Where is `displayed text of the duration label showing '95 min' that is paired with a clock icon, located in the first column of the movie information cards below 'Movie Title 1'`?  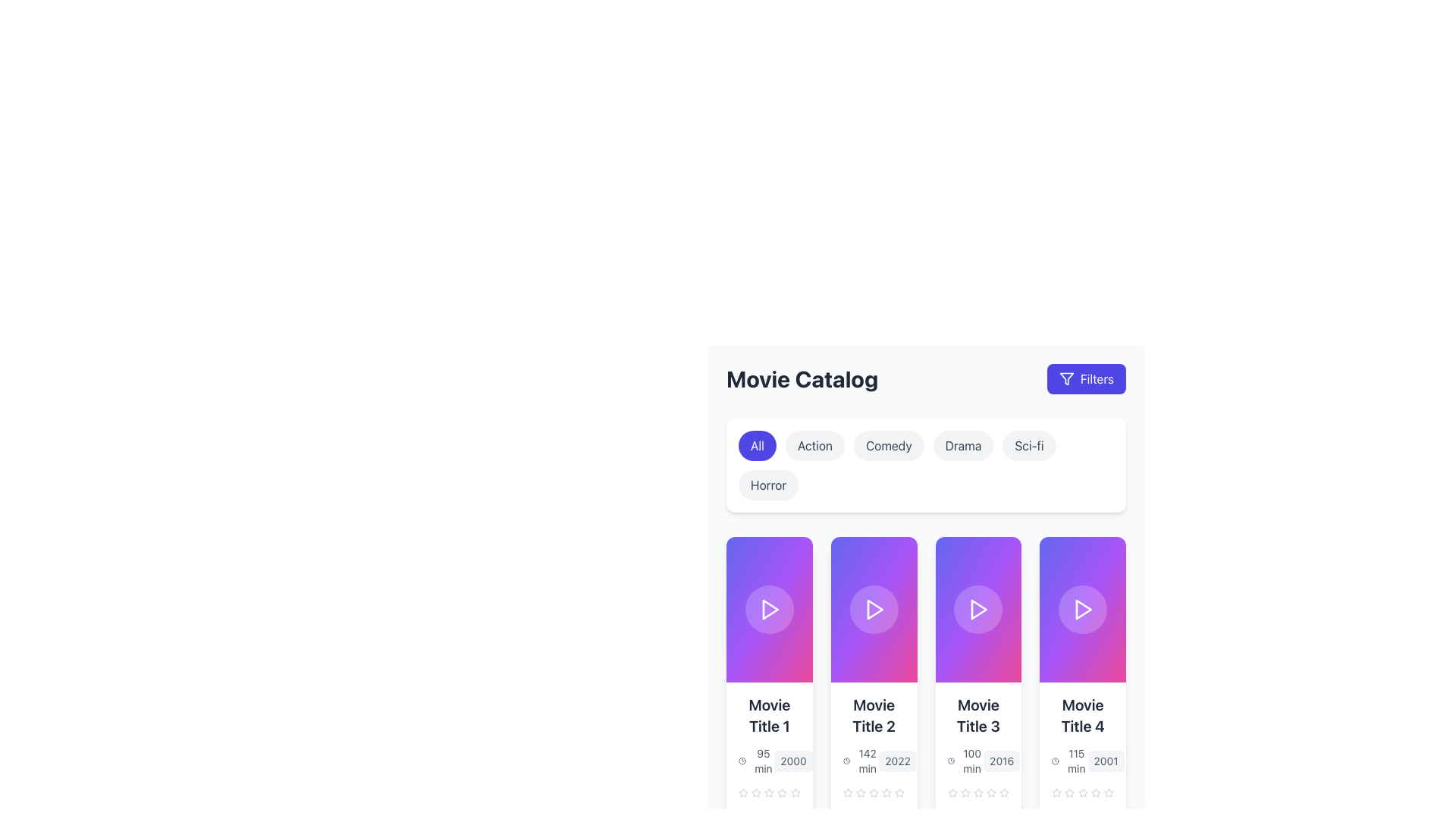
displayed text of the duration label showing '95 min' that is paired with a clock icon, located in the first column of the movie information cards below 'Movie Title 1' is located at coordinates (756, 761).